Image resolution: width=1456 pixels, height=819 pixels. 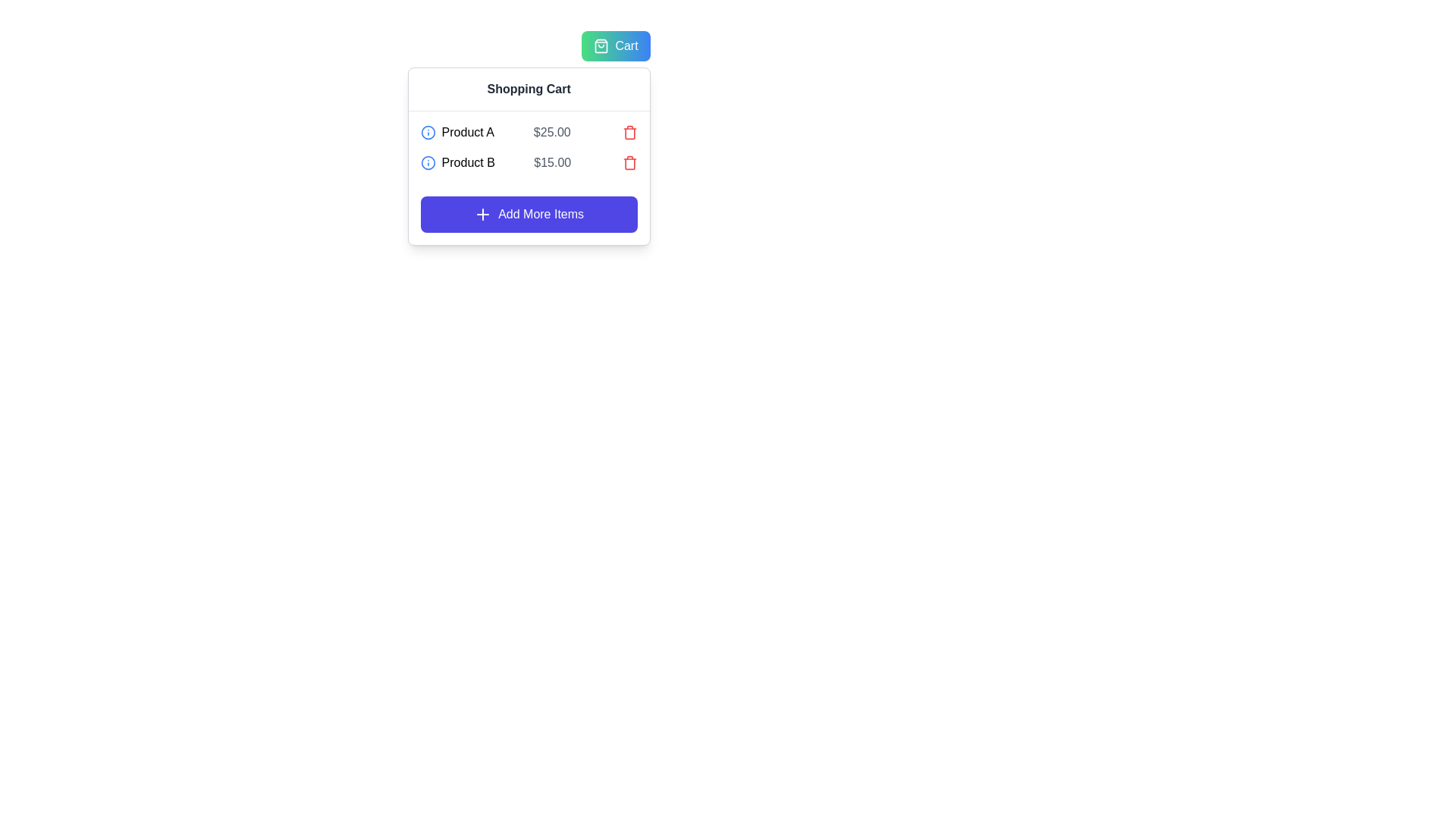 What do you see at coordinates (551, 163) in the screenshot?
I see `the price text label for 'Product B' in the shopping cart` at bounding box center [551, 163].